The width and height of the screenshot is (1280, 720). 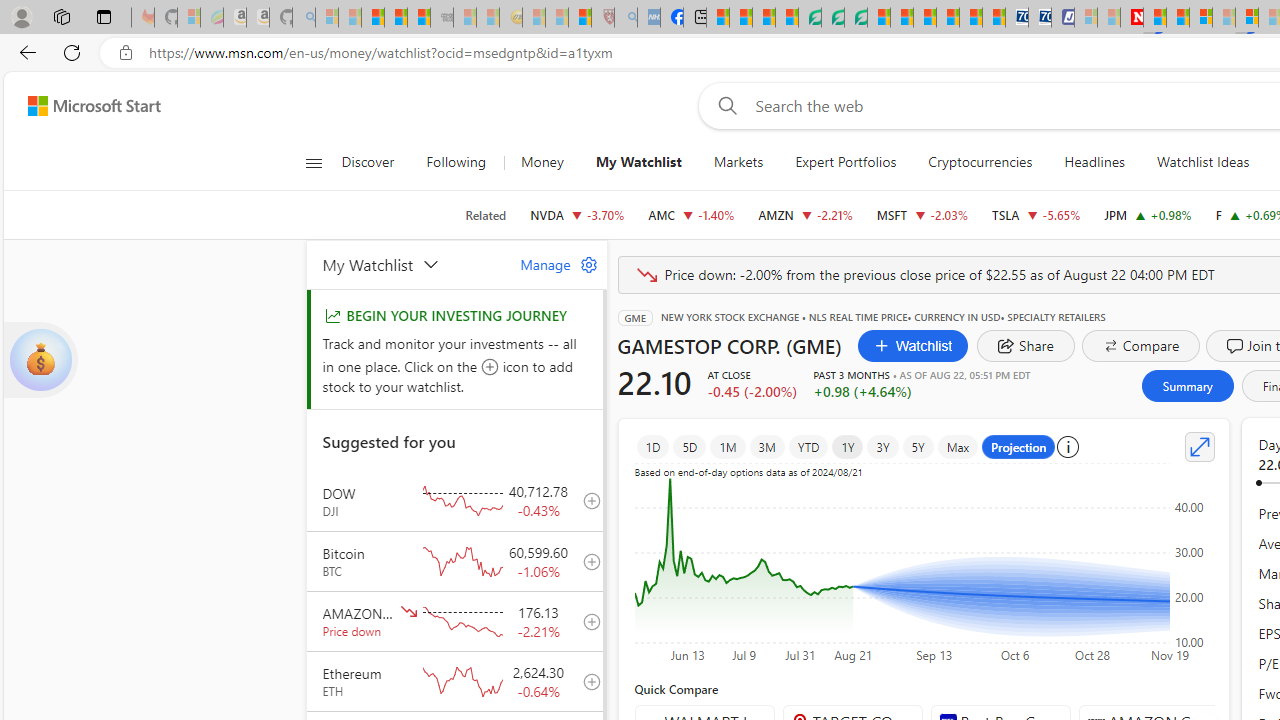 What do you see at coordinates (1025, 344) in the screenshot?
I see `'share dialog'` at bounding box center [1025, 344].